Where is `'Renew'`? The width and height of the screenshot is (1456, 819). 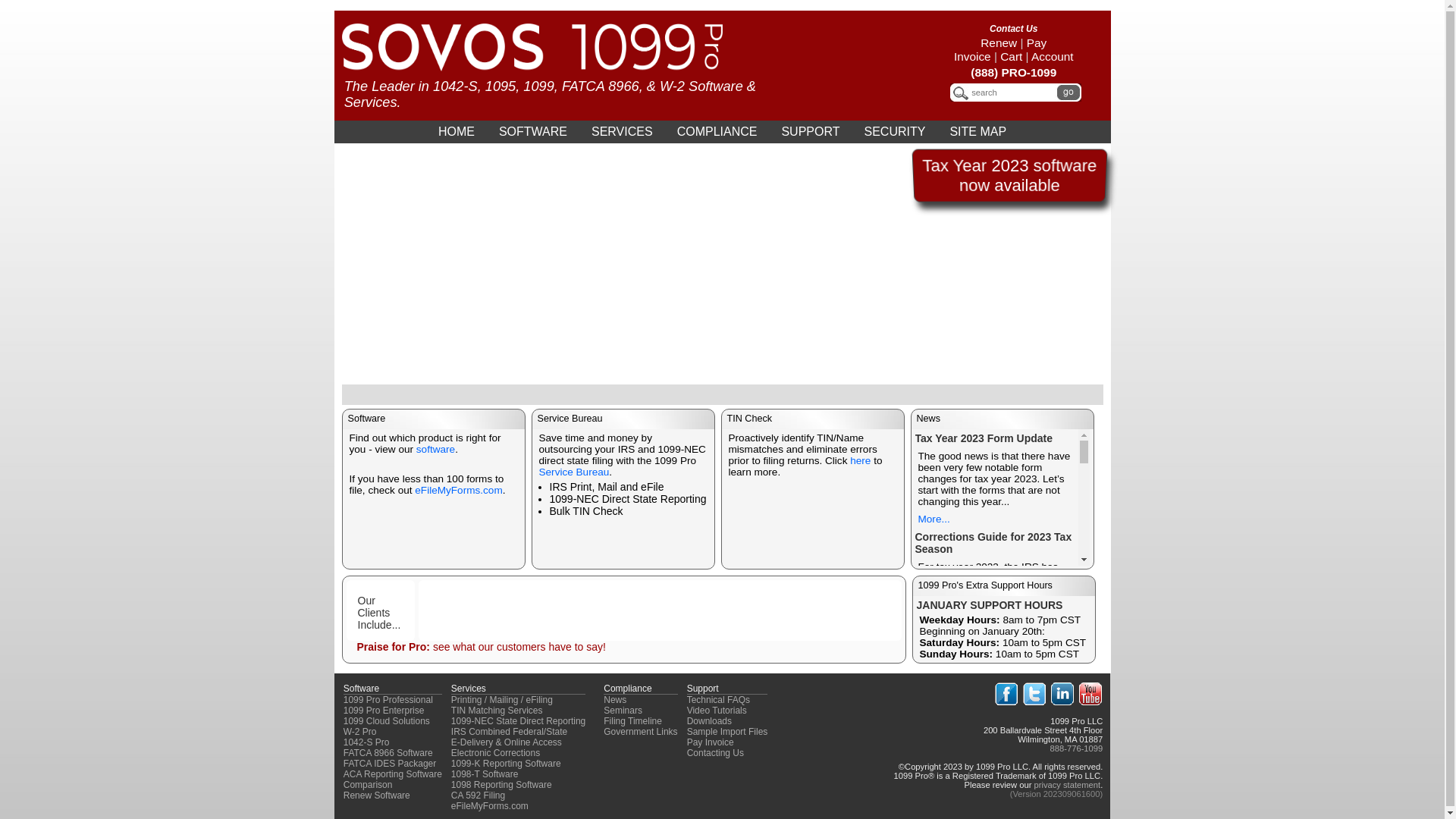
'Renew' is located at coordinates (998, 42).